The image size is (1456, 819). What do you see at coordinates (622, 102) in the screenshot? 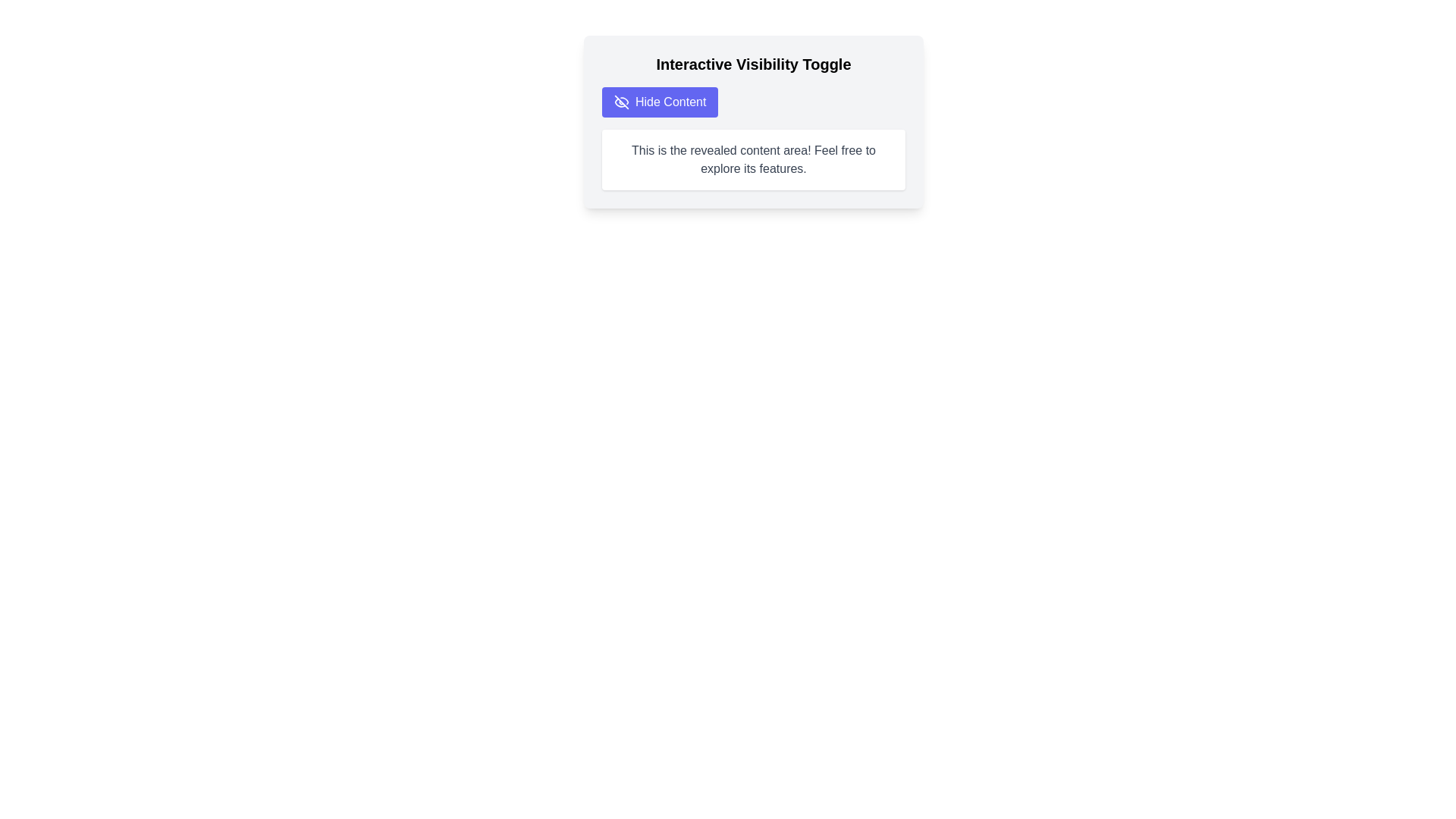
I see `the eye-off icon within the 'Hide Content' button` at bounding box center [622, 102].